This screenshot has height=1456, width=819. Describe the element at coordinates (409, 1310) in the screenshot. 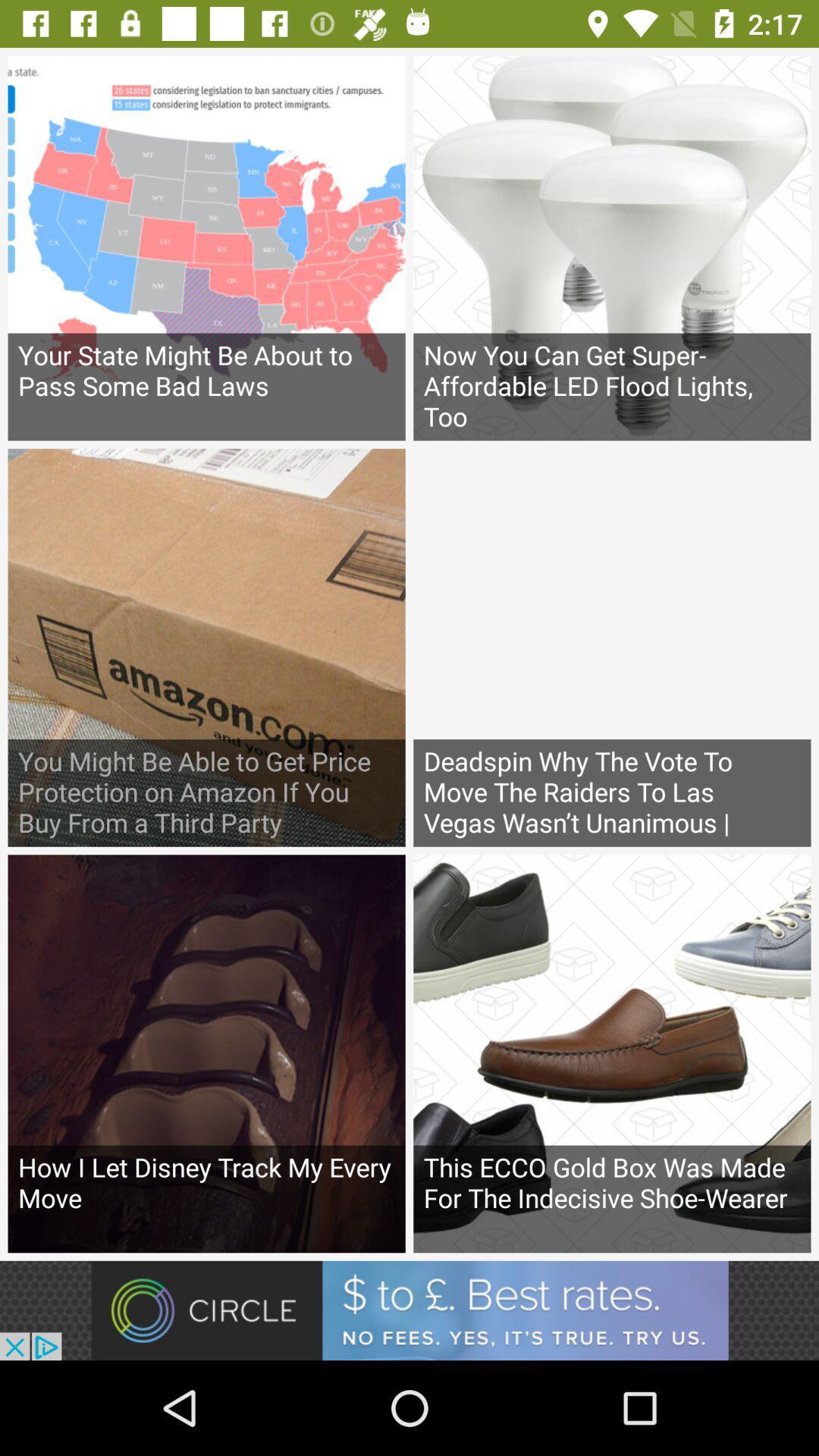

I see `advertisement page` at that location.